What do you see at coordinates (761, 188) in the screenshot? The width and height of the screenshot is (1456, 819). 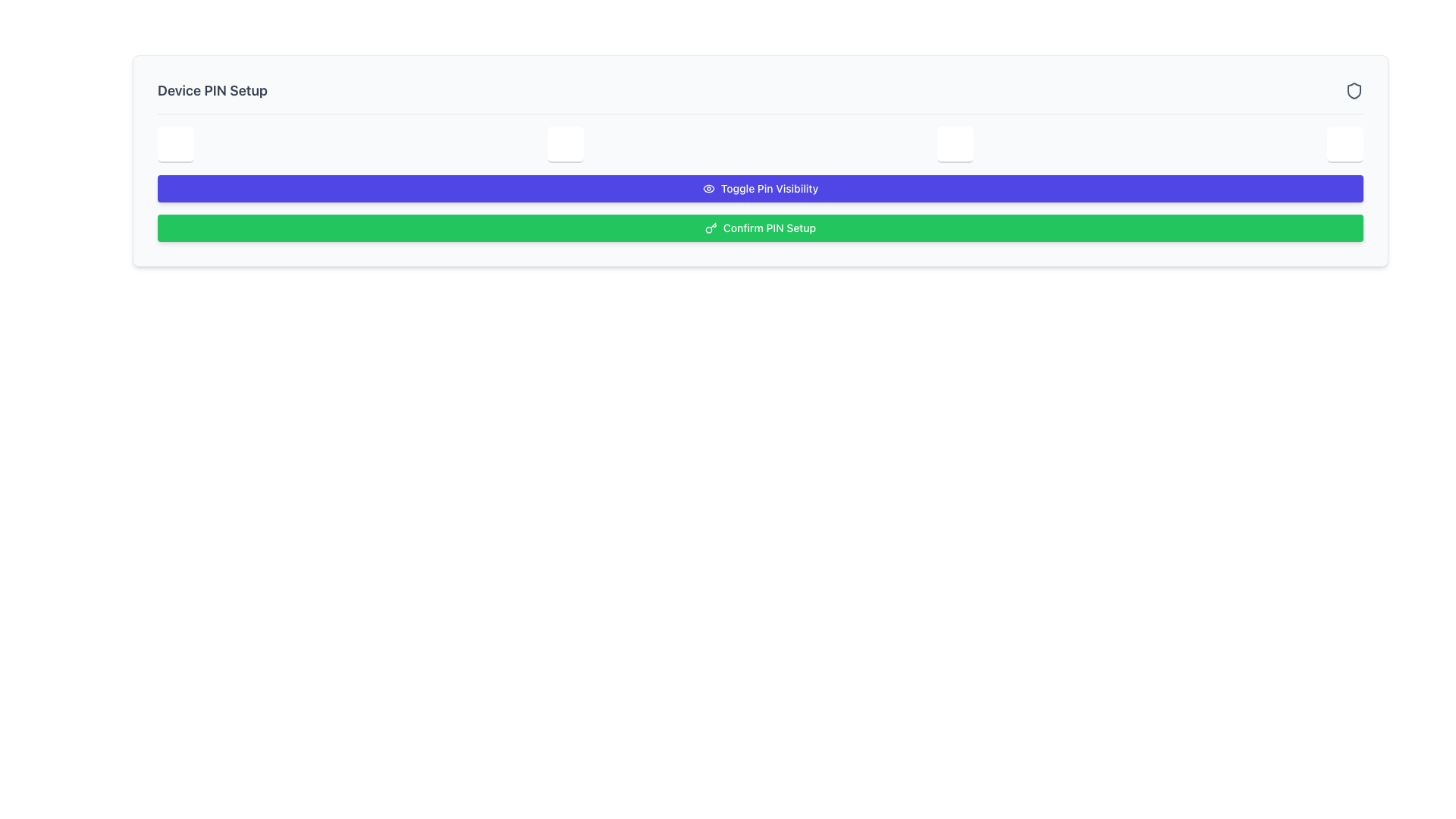 I see `the button located below the PIN input fields` at bounding box center [761, 188].